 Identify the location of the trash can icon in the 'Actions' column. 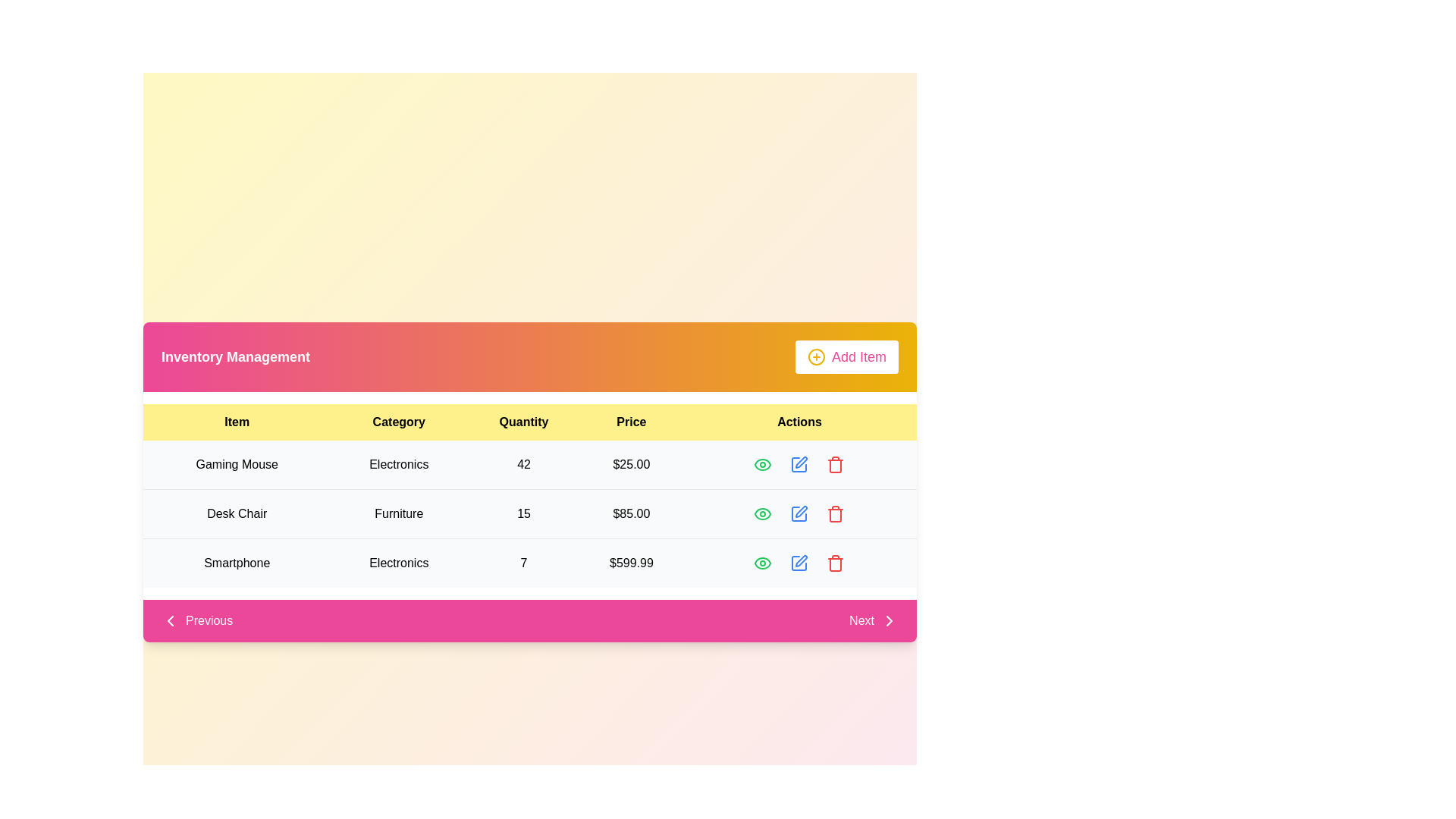
(835, 465).